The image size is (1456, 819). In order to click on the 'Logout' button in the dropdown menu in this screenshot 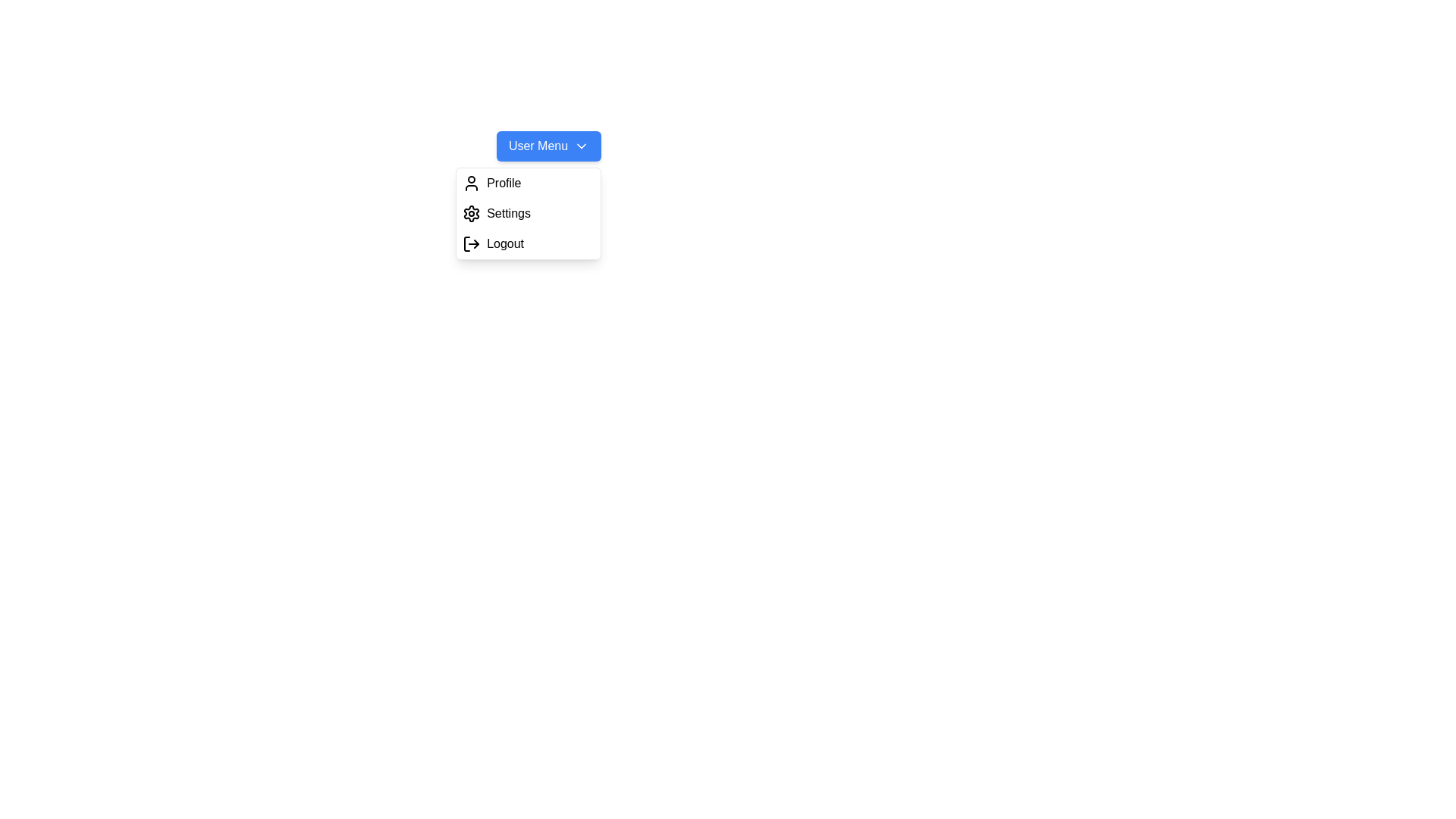, I will do `click(529, 243)`.